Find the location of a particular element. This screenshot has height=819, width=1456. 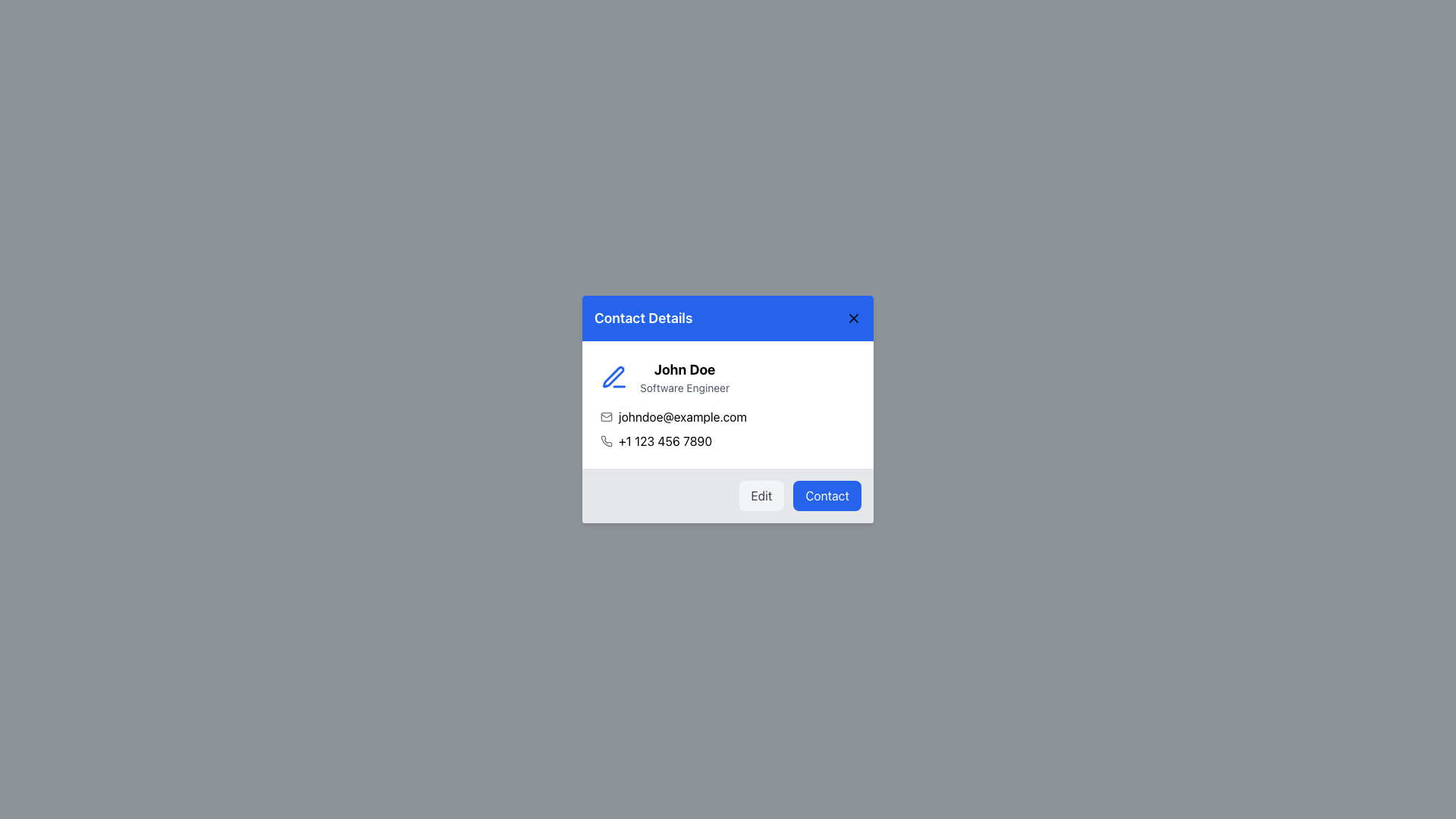

the text label displaying the contact phone number, located beneath the email address line and is located at coordinates (665, 441).